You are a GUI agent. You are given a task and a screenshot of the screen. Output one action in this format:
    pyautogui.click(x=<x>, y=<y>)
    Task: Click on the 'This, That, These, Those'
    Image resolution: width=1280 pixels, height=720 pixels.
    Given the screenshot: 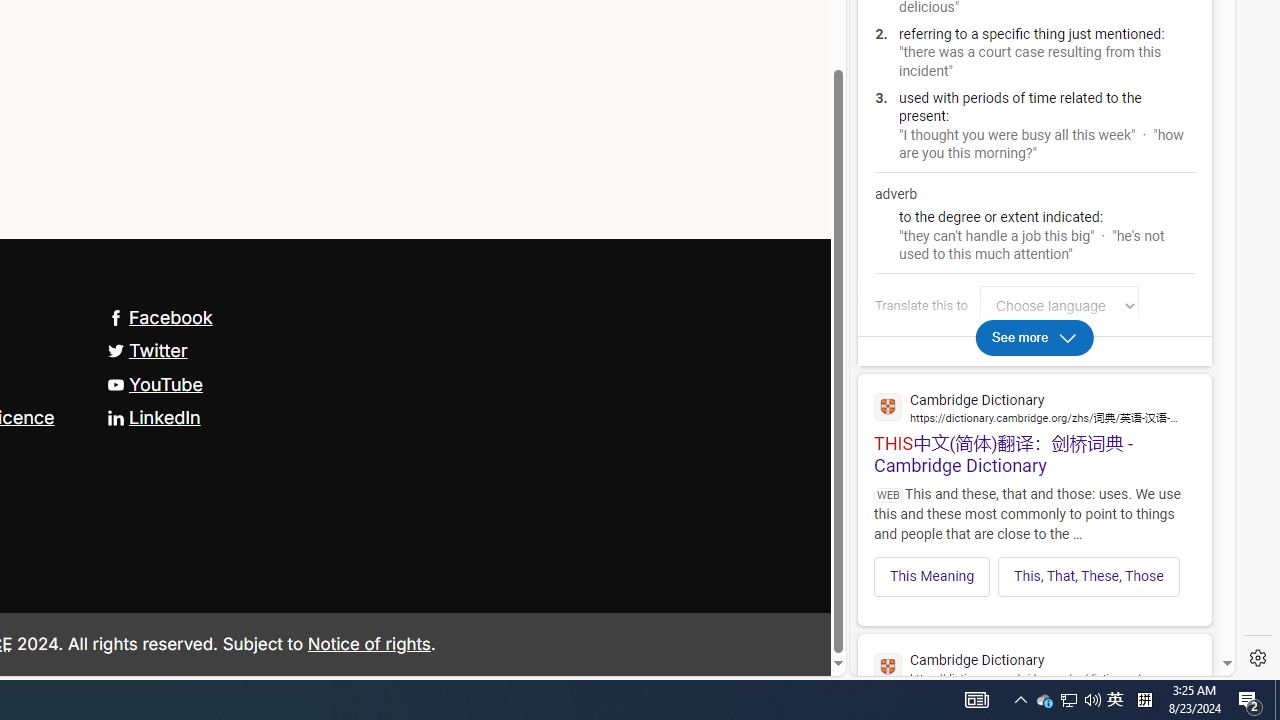 What is the action you would take?
    pyautogui.click(x=1087, y=576)
    